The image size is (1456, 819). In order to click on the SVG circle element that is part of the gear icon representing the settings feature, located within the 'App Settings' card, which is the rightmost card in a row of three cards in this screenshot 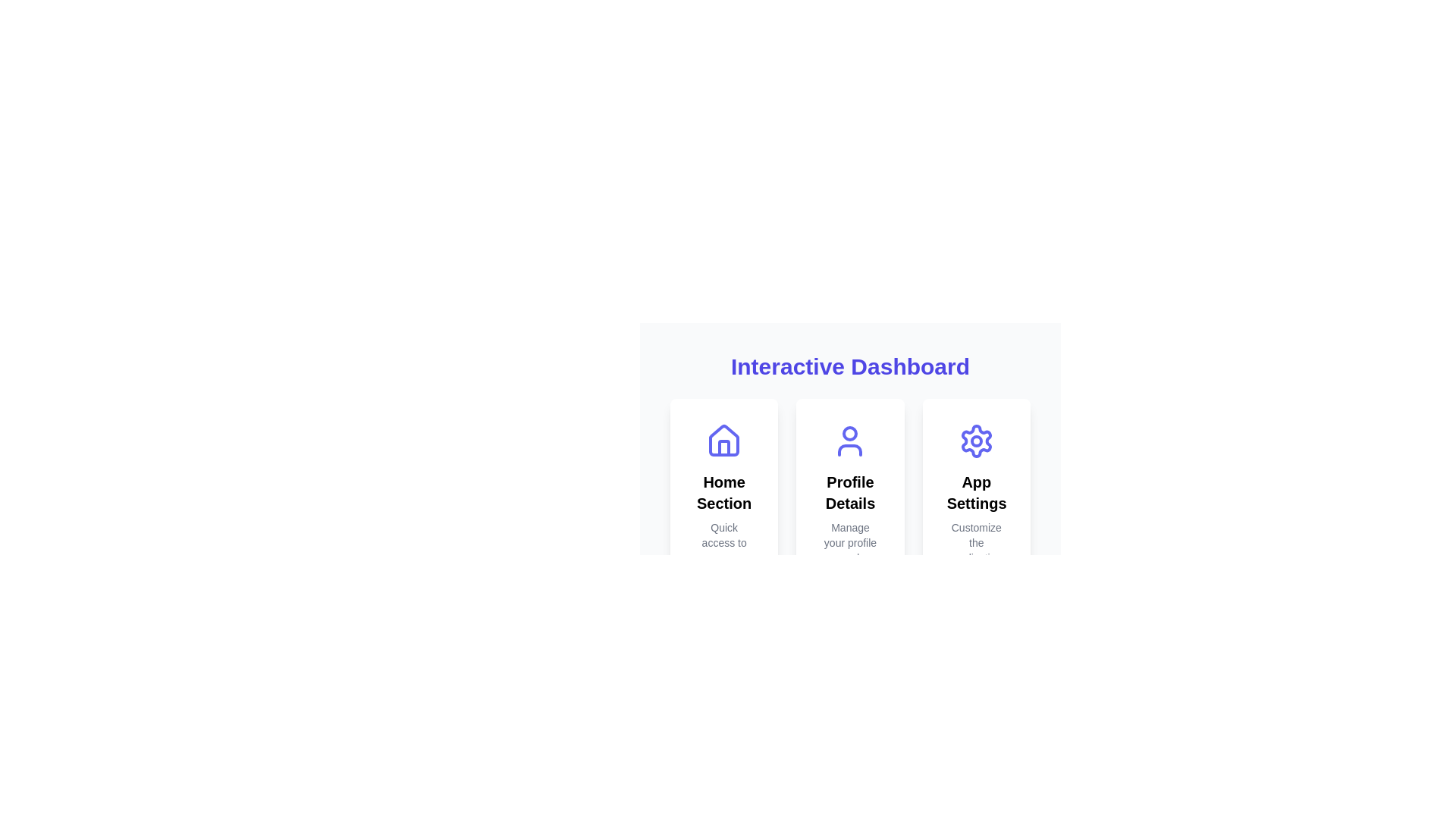, I will do `click(976, 441)`.